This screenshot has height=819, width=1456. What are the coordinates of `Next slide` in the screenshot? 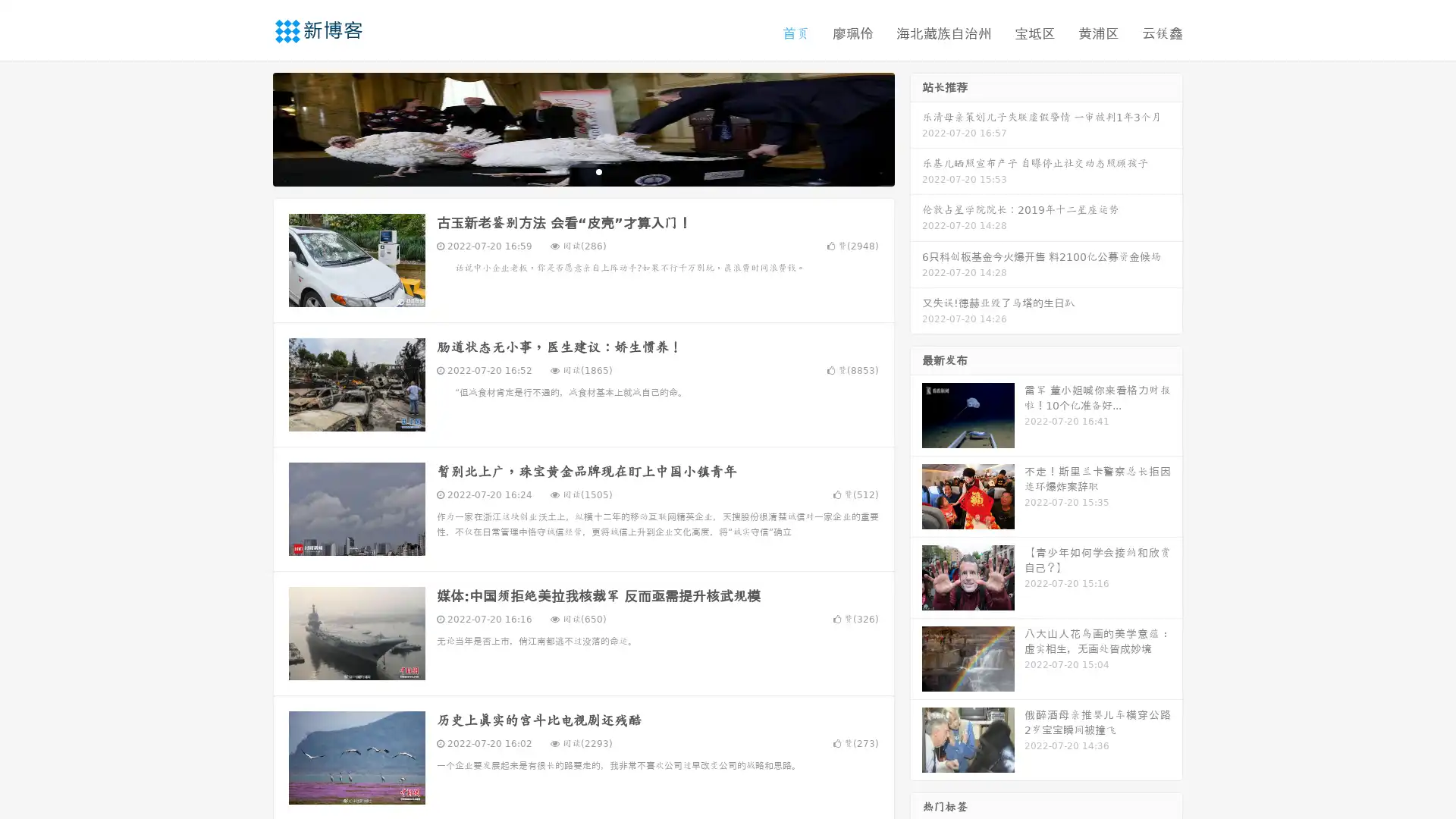 It's located at (916, 127).